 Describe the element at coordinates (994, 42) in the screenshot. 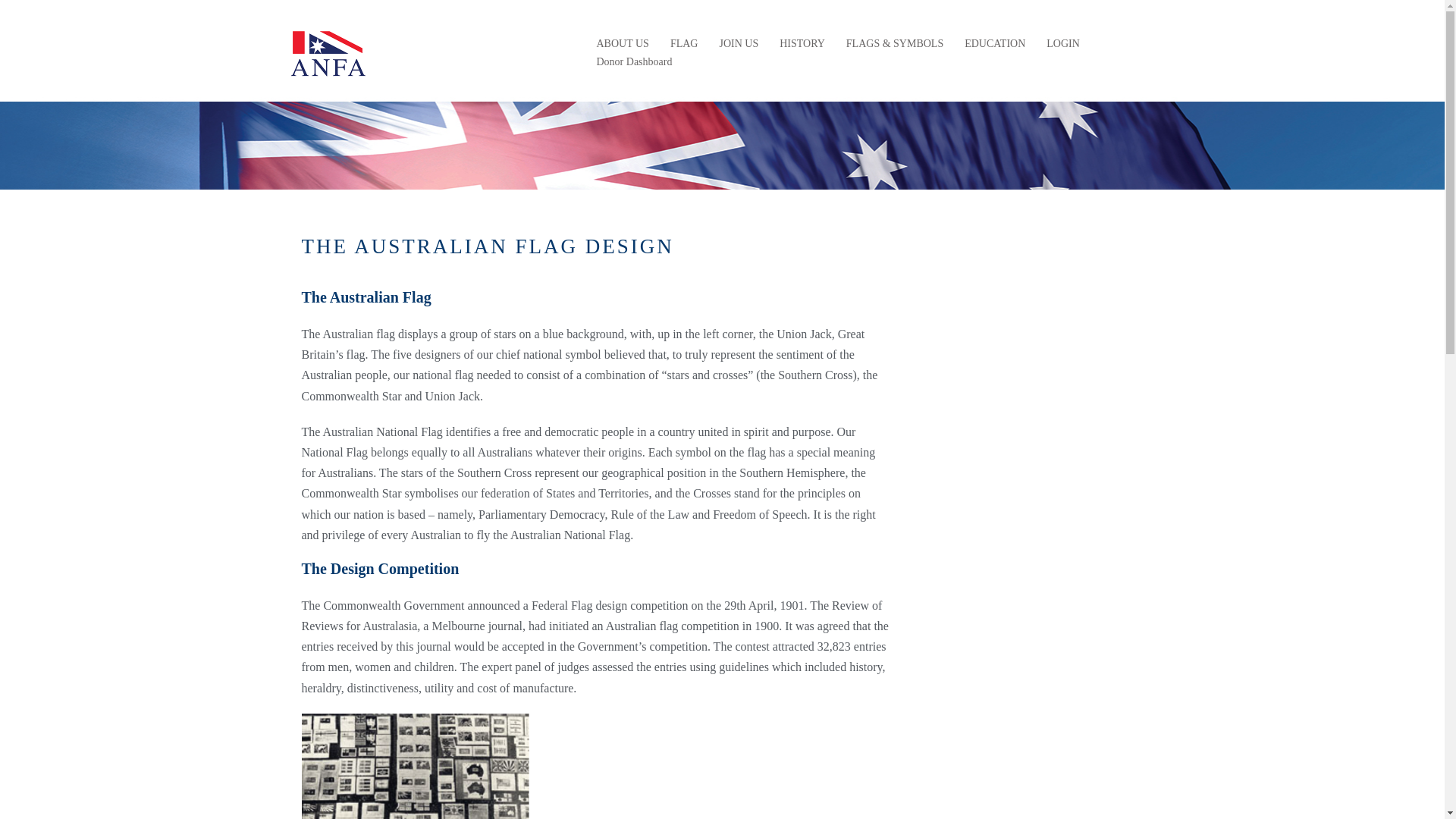

I see `'EDUCATION'` at that location.